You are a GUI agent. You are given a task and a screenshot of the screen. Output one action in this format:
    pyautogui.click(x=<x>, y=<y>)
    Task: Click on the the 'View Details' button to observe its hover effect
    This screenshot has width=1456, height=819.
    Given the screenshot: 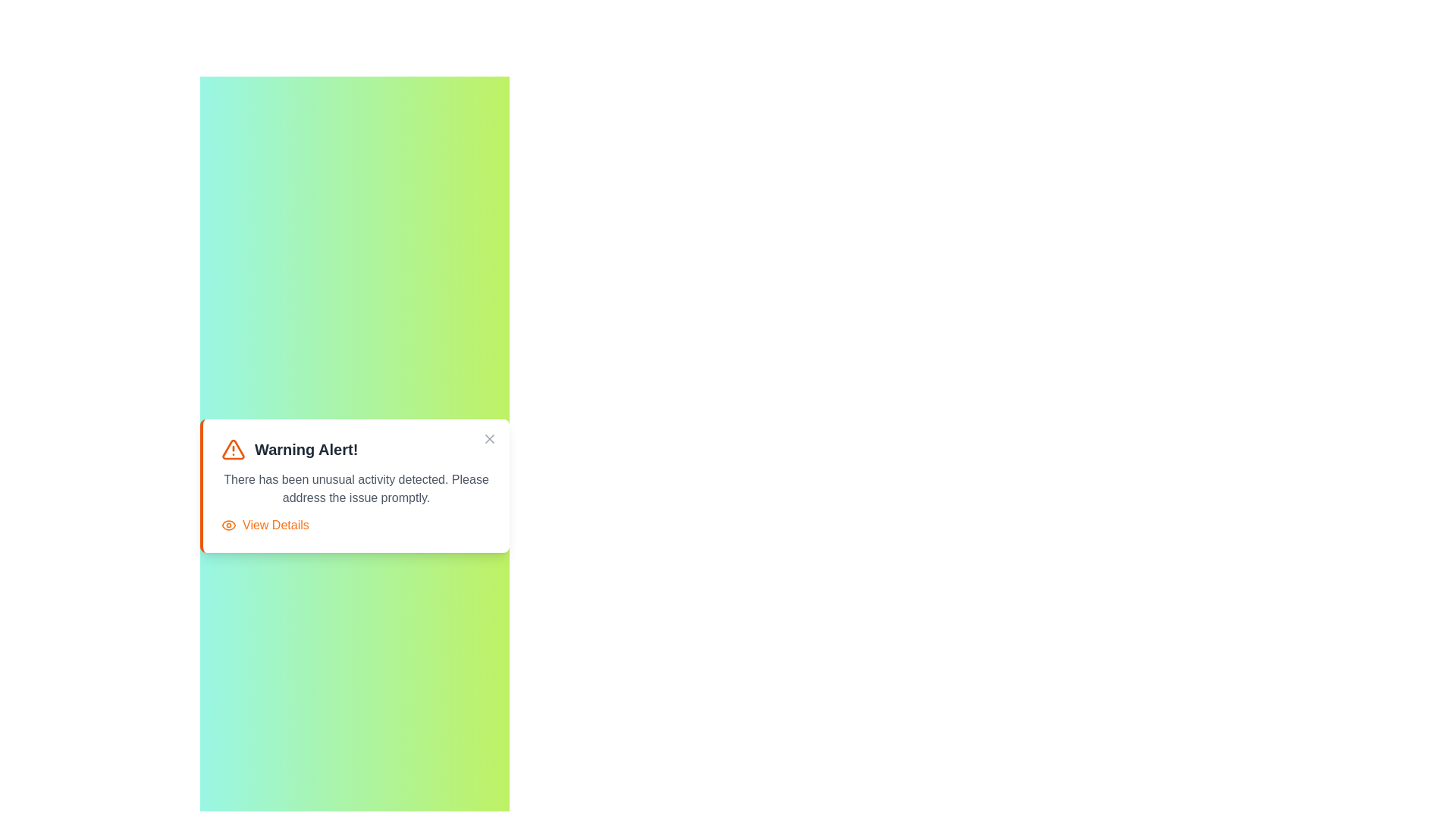 What is the action you would take?
    pyautogui.click(x=265, y=525)
    